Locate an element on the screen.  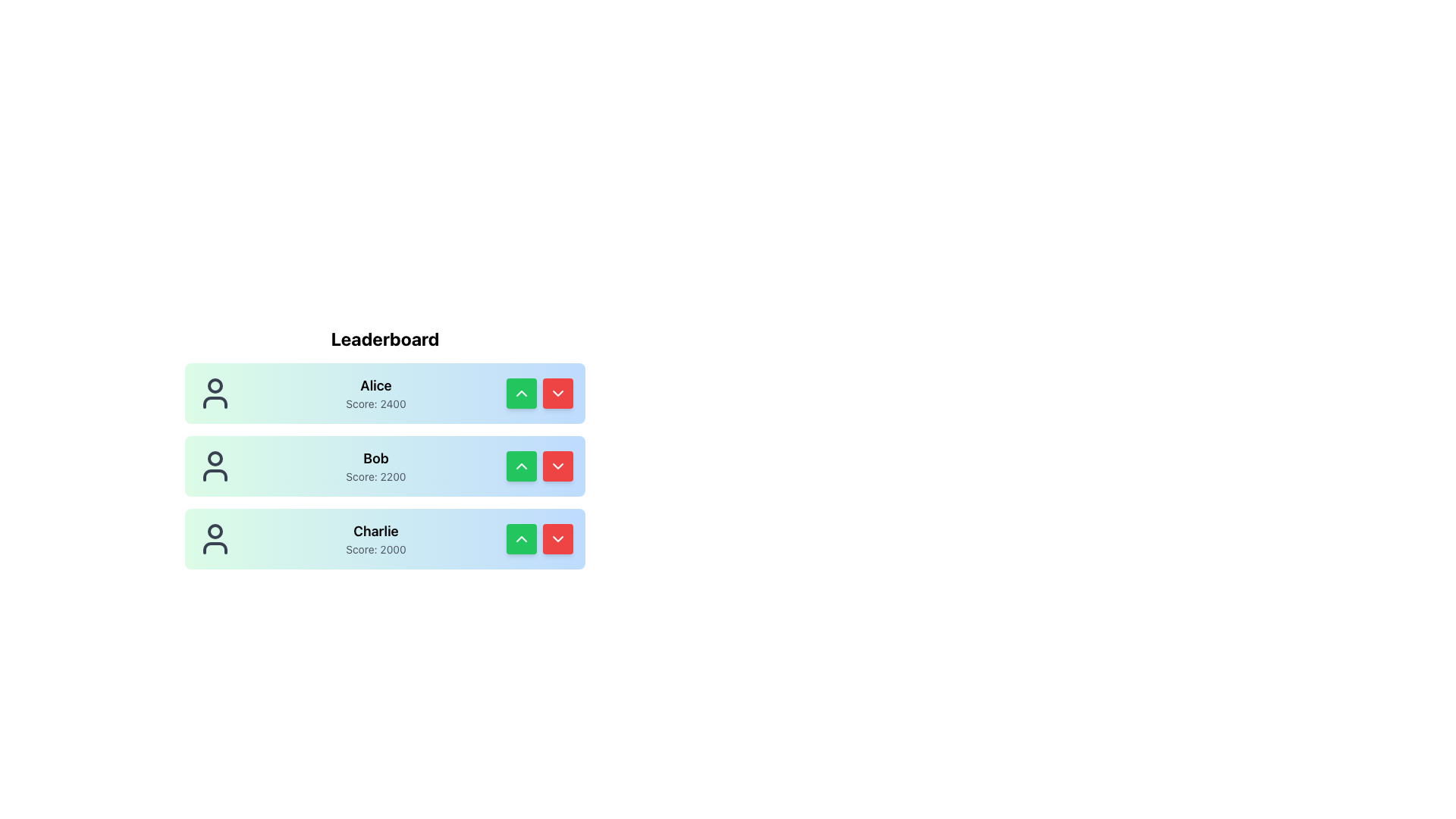
the static content display showing the name 'Charlie' with a score of '2000', which is the third item in the leaderboard list is located at coordinates (375, 538).